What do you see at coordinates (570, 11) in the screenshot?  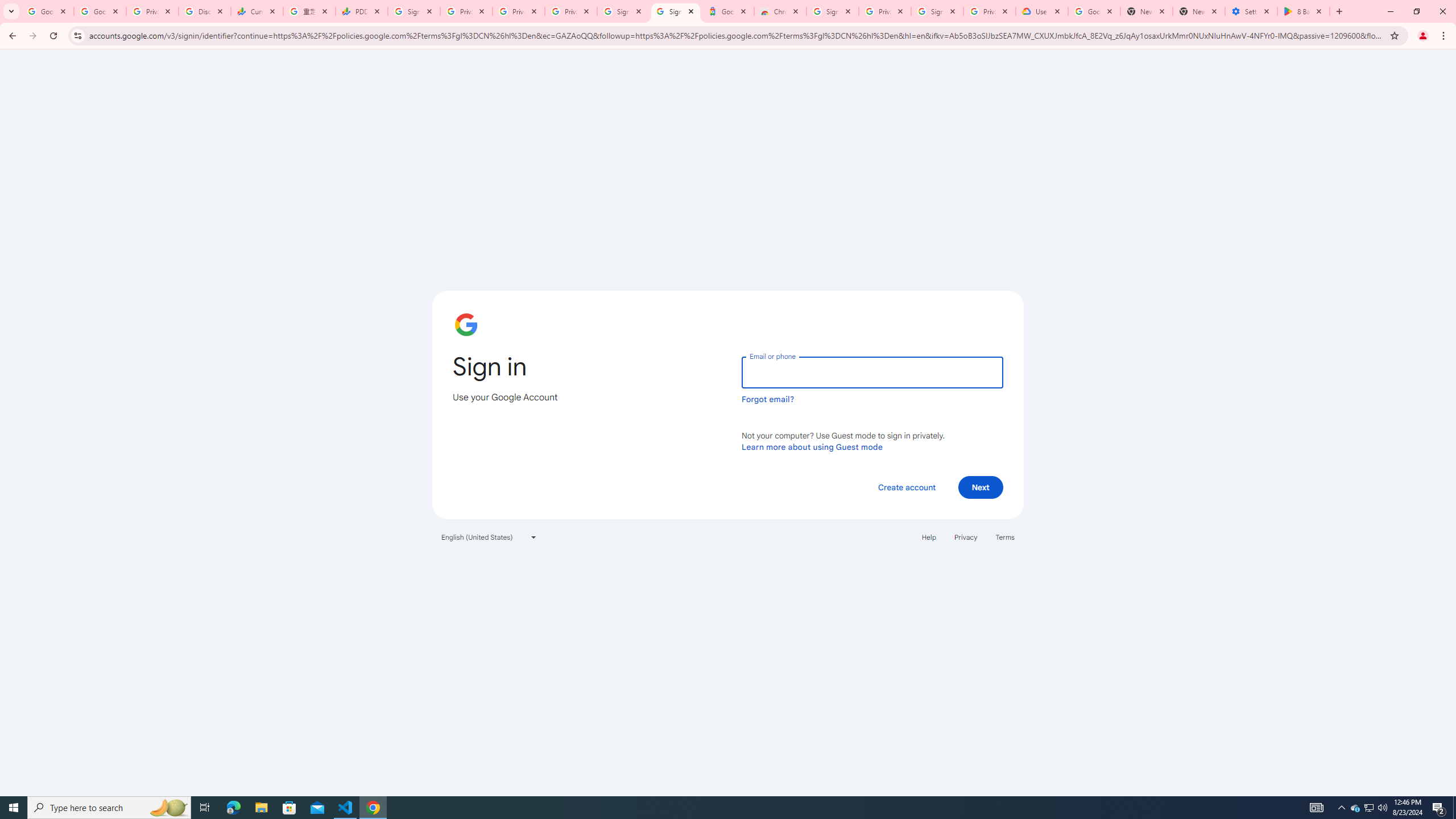 I see `'Privacy Checkup'` at bounding box center [570, 11].